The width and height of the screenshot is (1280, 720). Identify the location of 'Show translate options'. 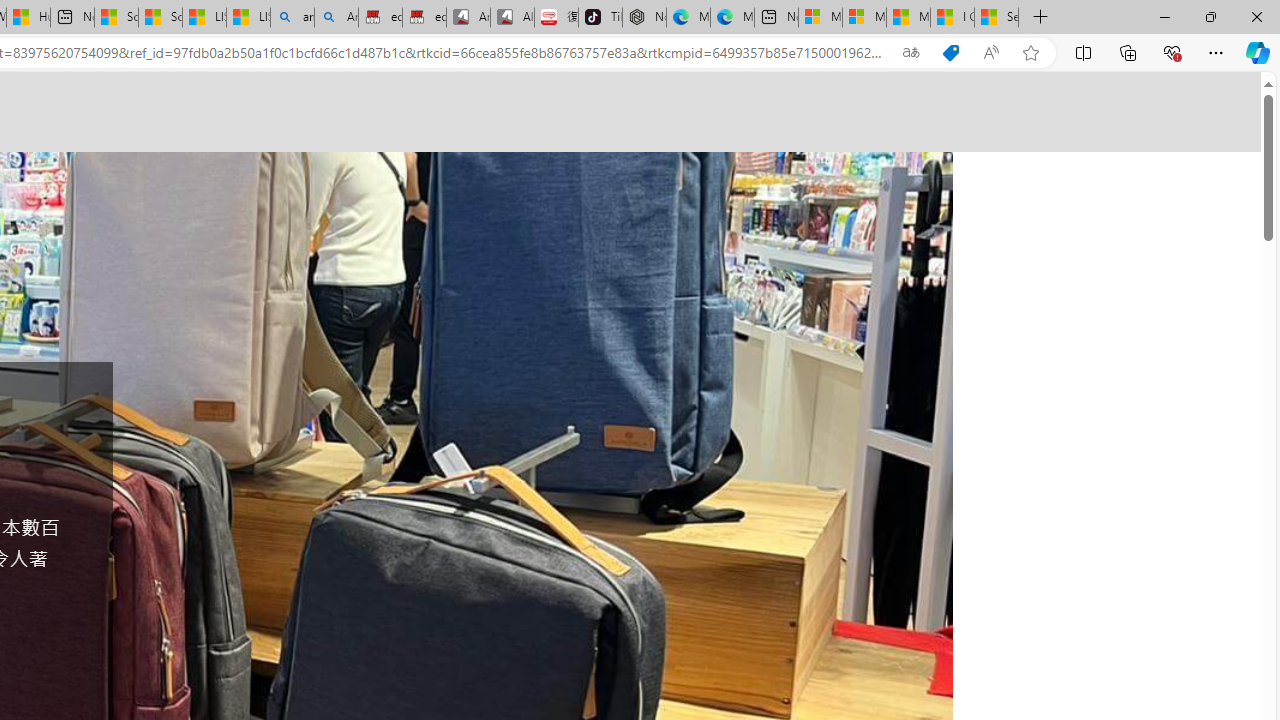
(909, 52).